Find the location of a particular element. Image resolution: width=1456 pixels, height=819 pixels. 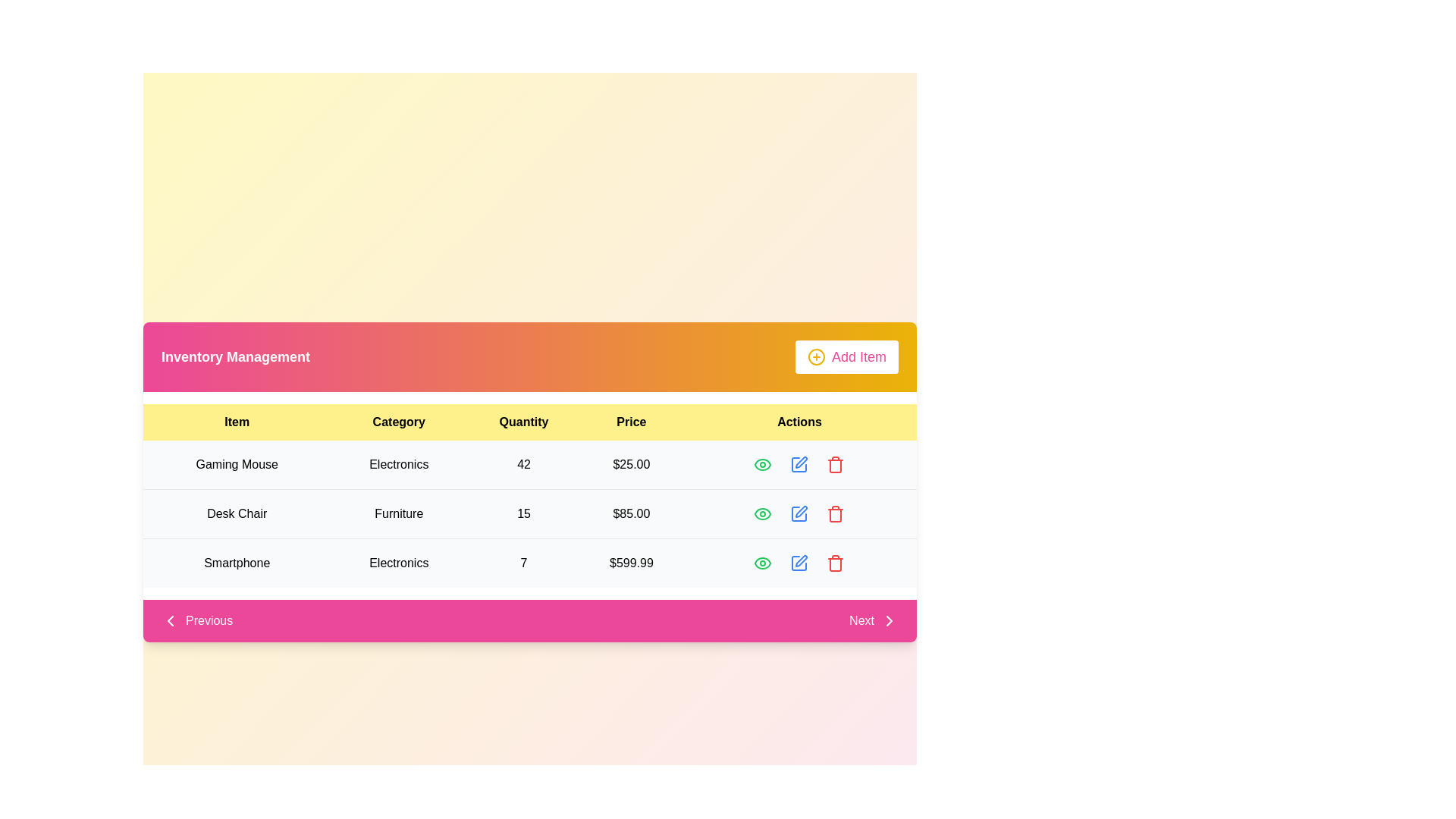

the text label displaying the number '7' in the 'Quantity' column of the third row of the table is located at coordinates (524, 563).